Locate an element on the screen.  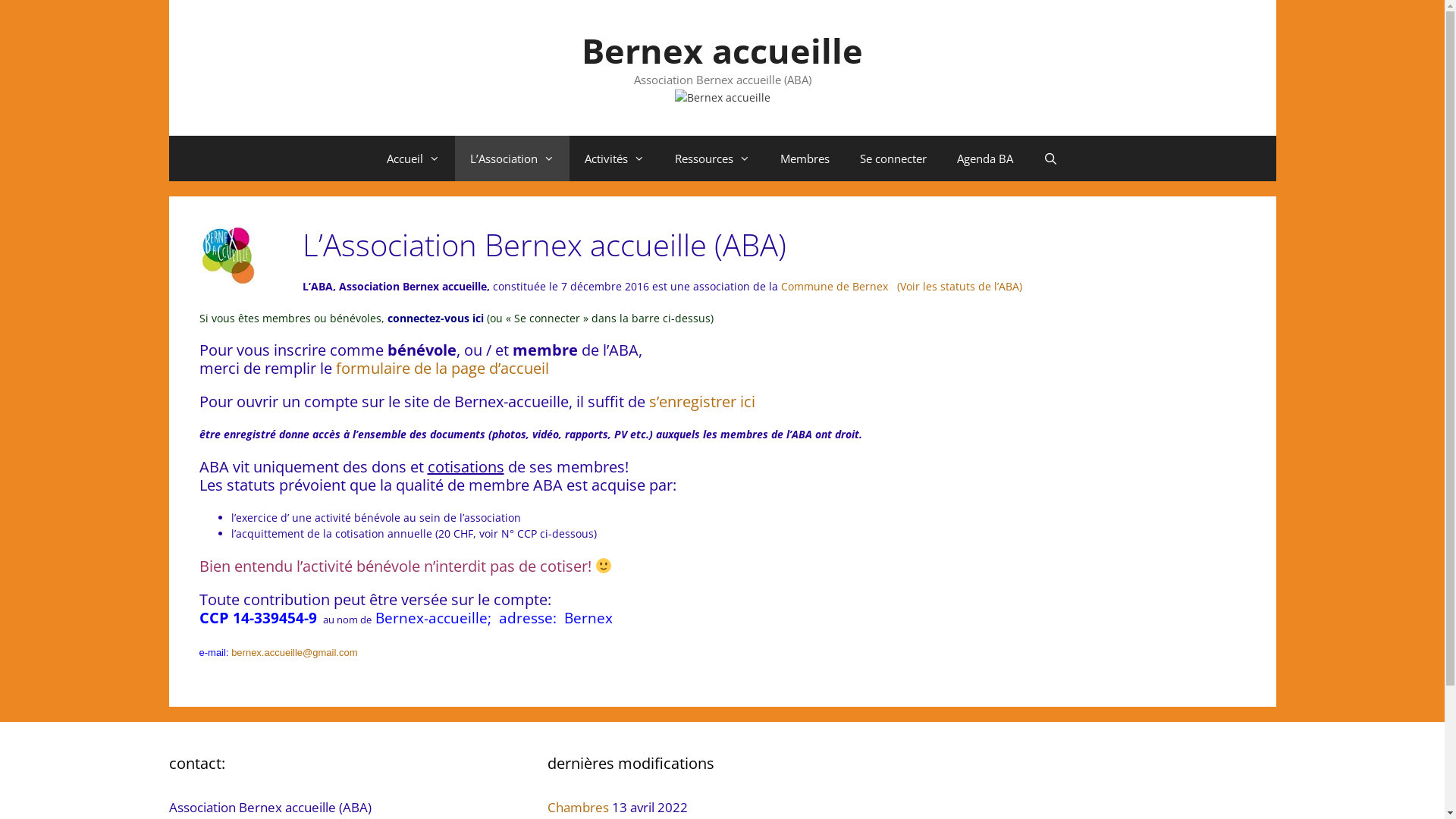
'Ressources' is located at coordinates (711, 158).